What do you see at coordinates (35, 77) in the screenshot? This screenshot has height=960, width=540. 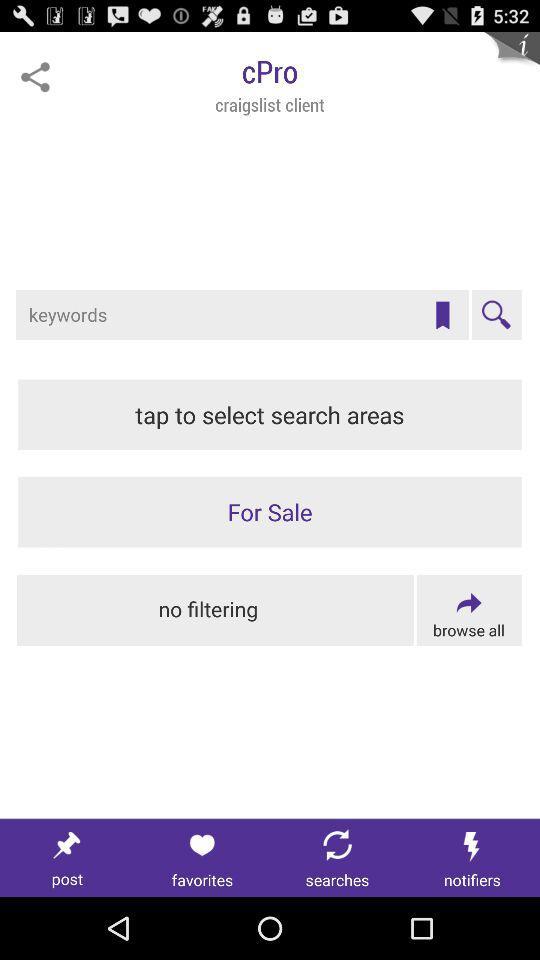 I see `share cilent` at bounding box center [35, 77].